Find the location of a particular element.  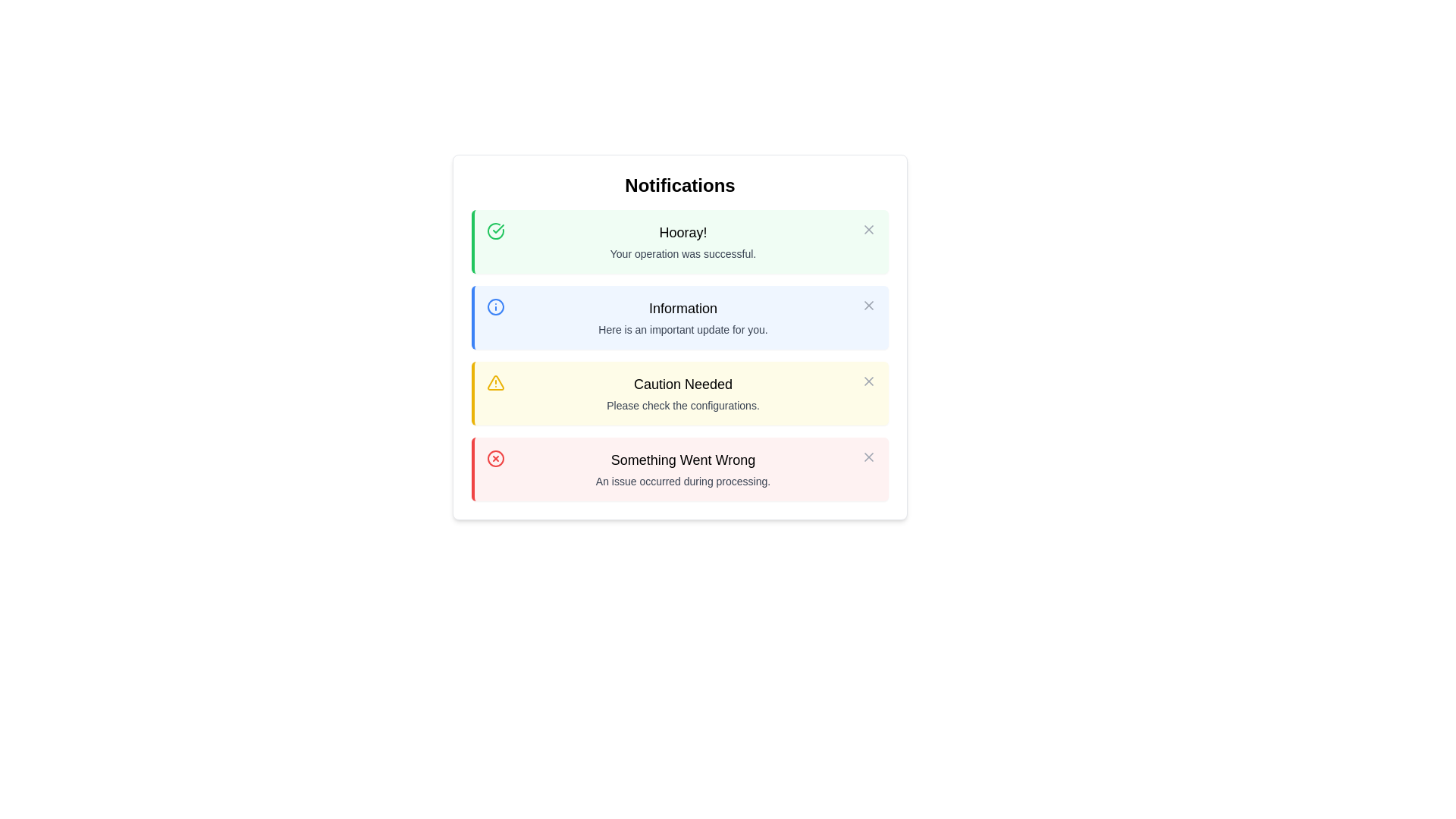

the dismiss button, which is a gray 'X' icon located at the top-right corner of the notification box containing the 'Information' title is located at coordinates (869, 305).